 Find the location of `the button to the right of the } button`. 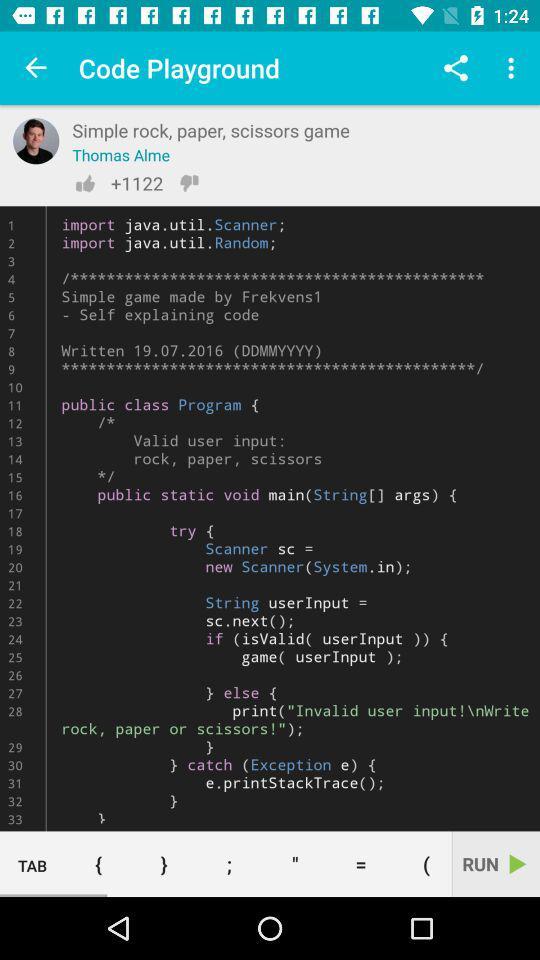

the button to the right of the } button is located at coordinates (228, 863).